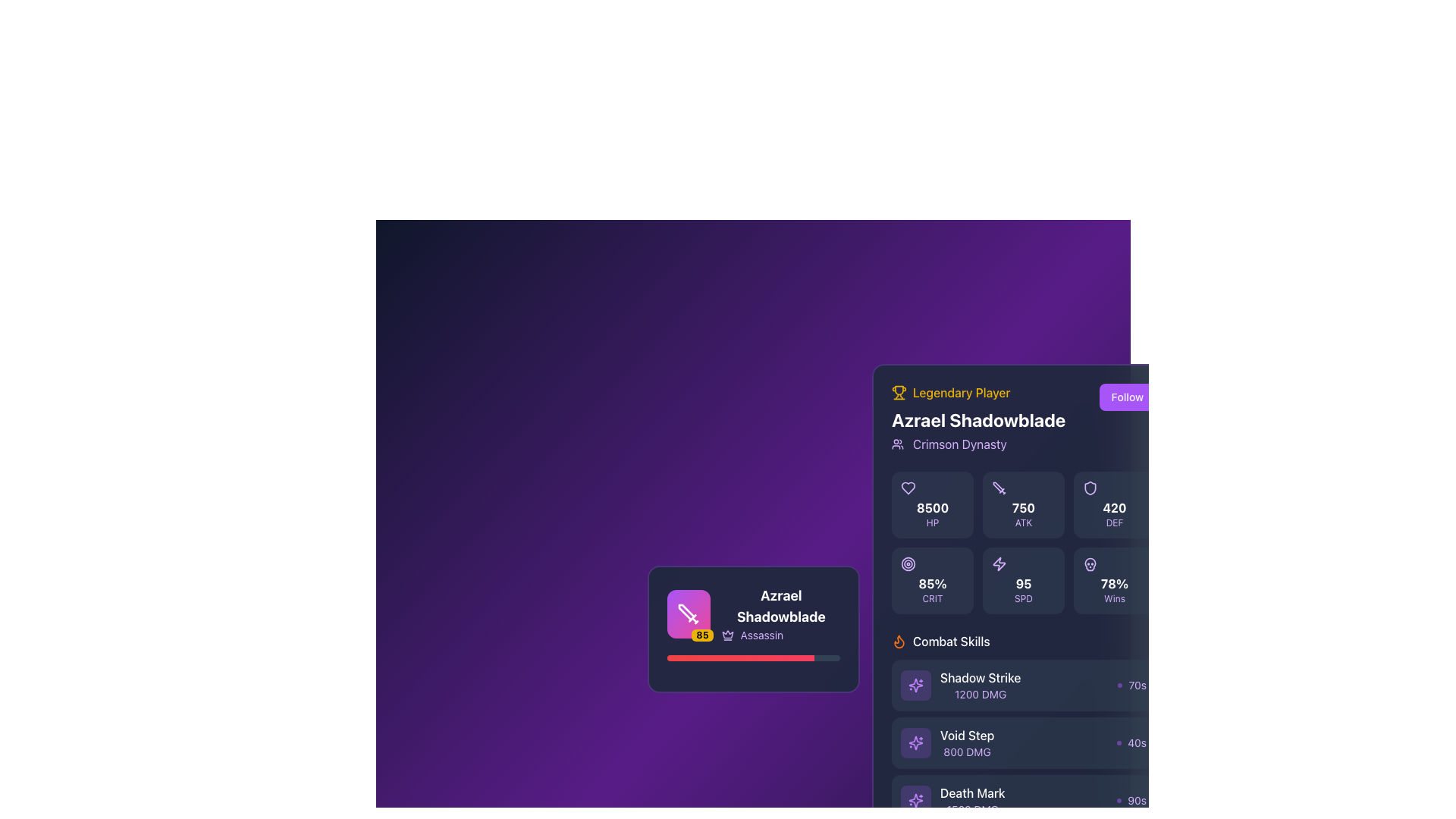  I want to click on descriptive title text label for the skill or item identified as 'Death Mark' that displays '1500 DMG' in the 'Combat Skills' section of the right-side panel, so click(972, 792).